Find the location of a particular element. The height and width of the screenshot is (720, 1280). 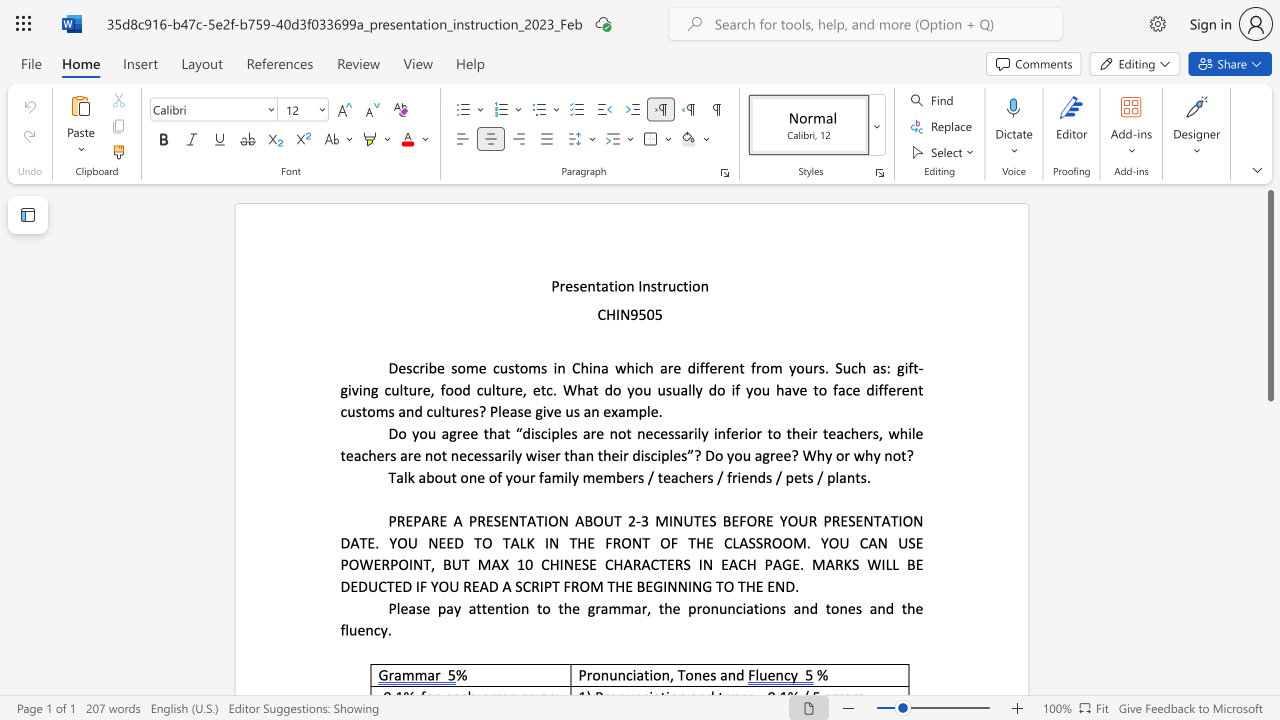

the 1th character "m" in the text is located at coordinates (471, 368).